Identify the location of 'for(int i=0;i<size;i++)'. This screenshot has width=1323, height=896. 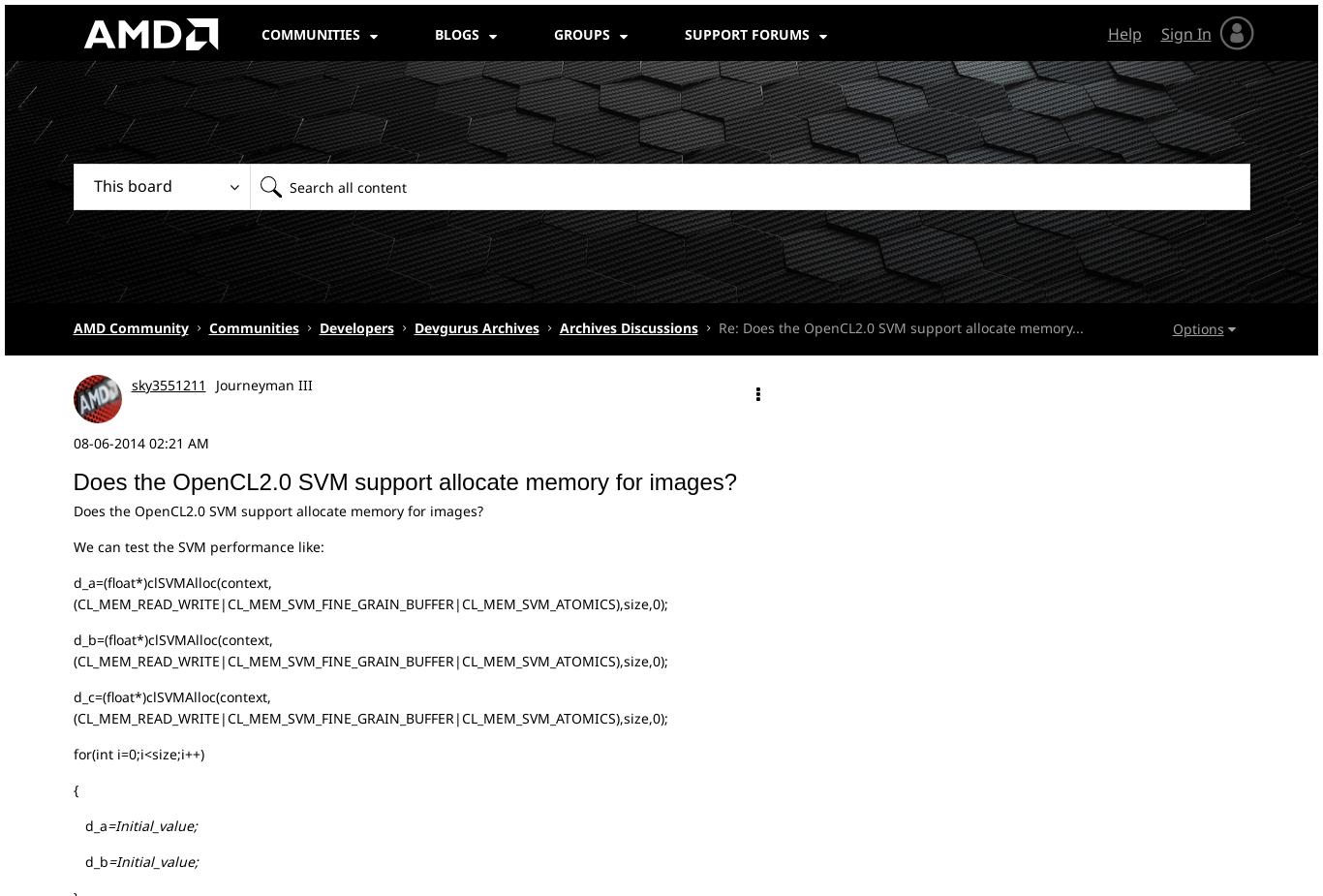
(137, 753).